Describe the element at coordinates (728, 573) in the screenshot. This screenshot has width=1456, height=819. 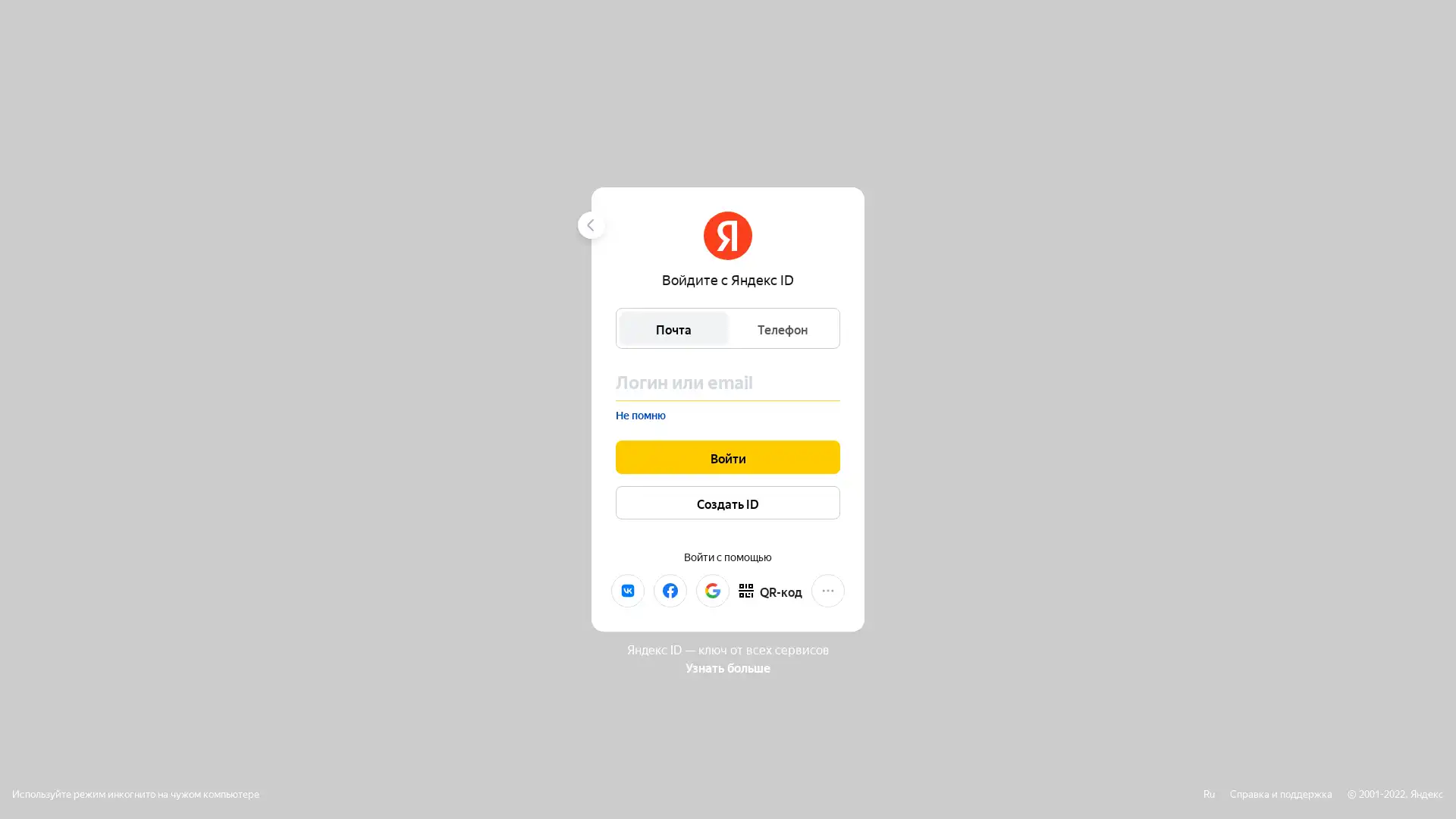
I see `Mail.ru` at that location.